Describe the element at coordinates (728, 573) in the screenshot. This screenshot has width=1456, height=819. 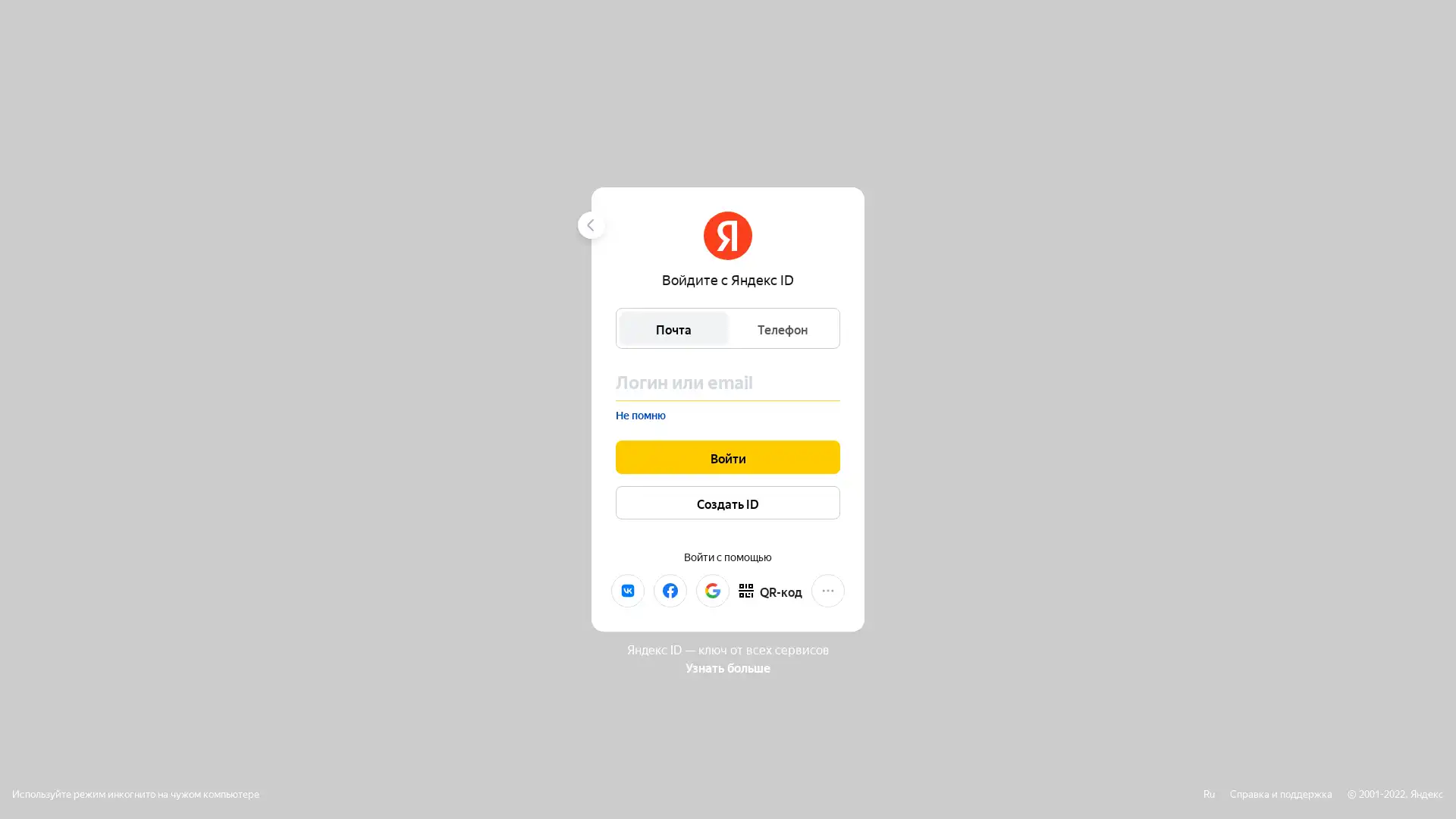
I see `Mail.ru` at that location.